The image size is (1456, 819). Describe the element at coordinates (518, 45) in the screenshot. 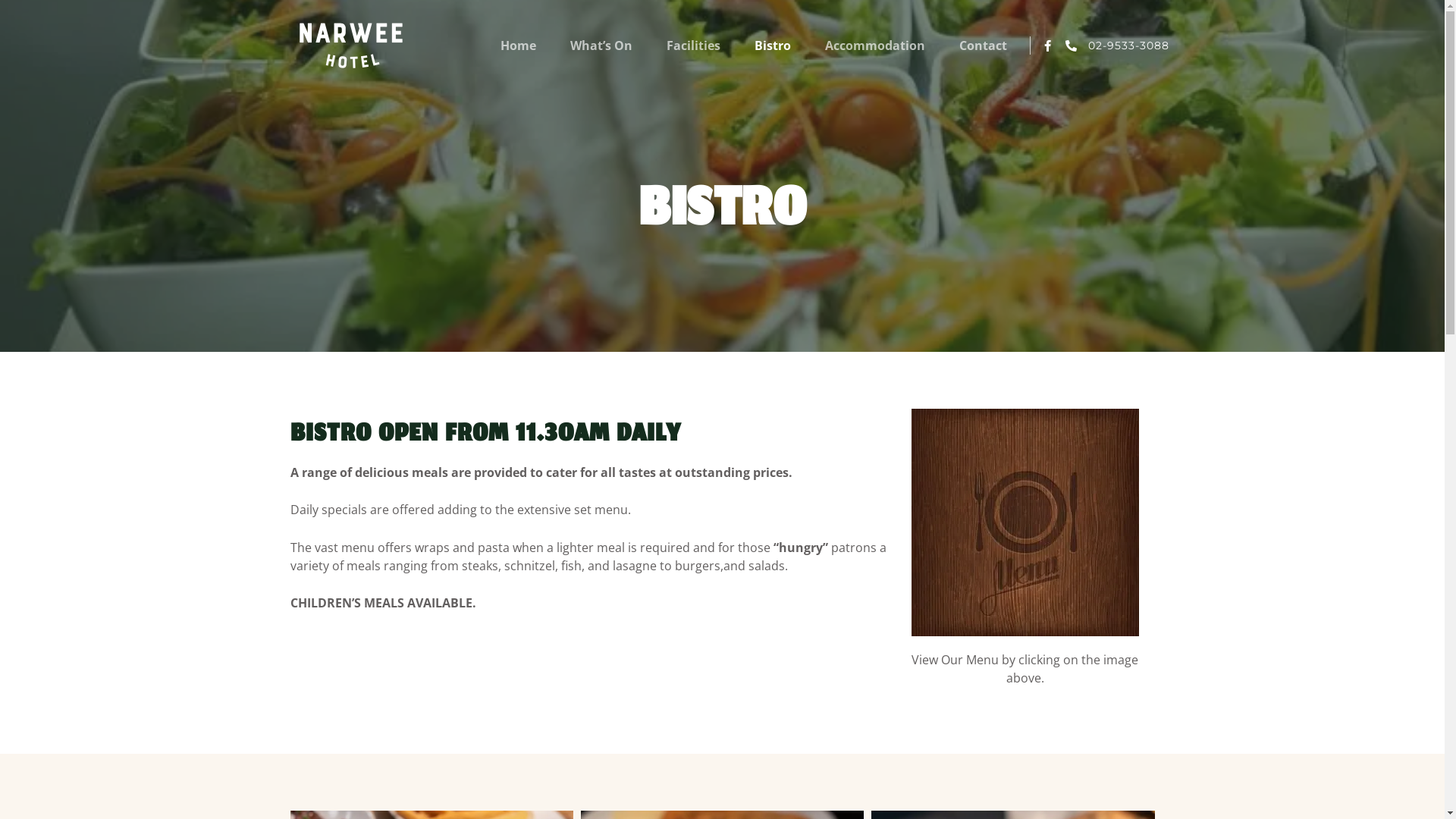

I see `'Home'` at that location.